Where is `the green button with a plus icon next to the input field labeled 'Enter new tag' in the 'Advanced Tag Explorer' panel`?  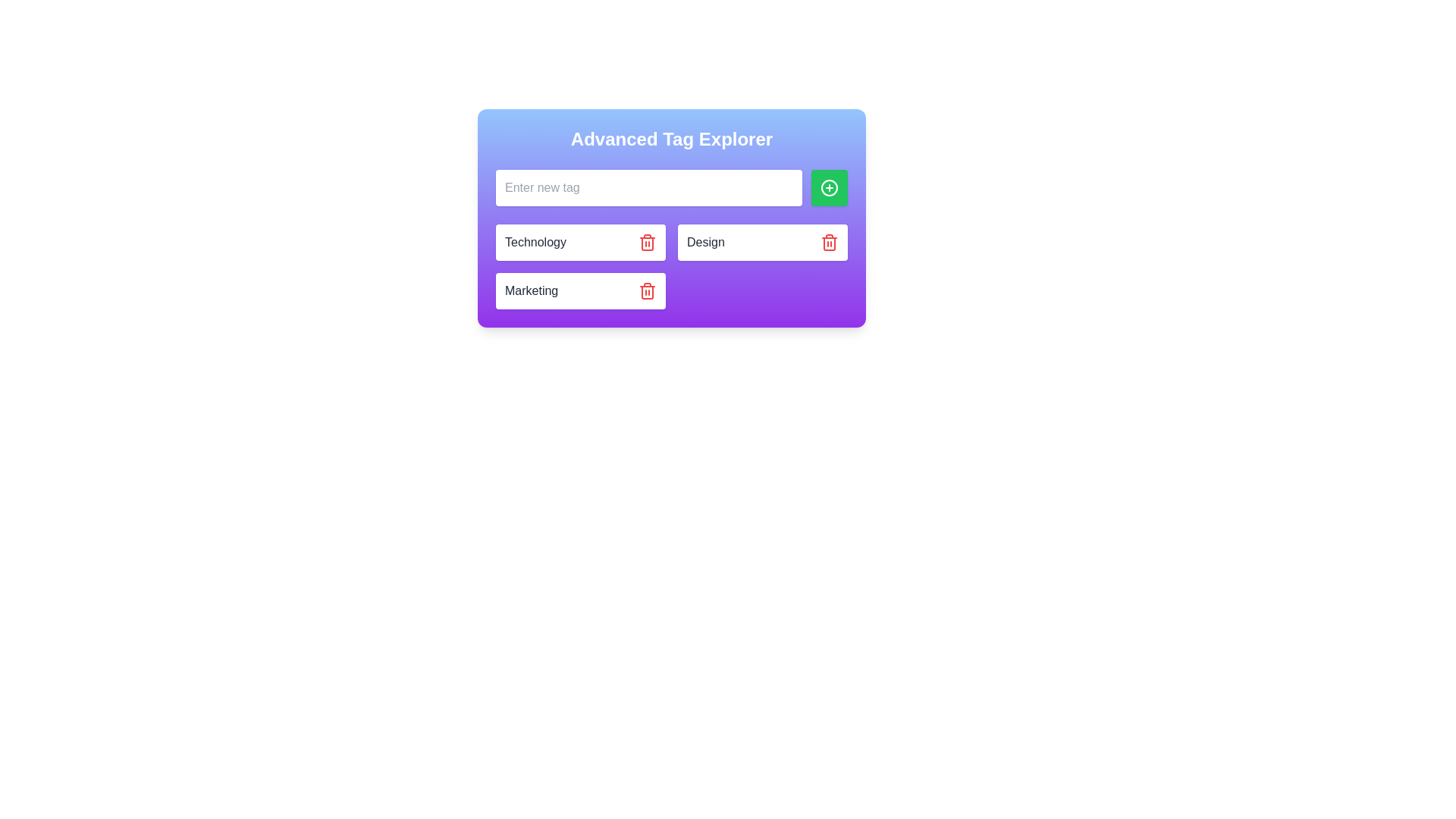
the green button with a plus icon next to the input field labeled 'Enter new tag' in the 'Advanced Tag Explorer' panel is located at coordinates (671, 218).